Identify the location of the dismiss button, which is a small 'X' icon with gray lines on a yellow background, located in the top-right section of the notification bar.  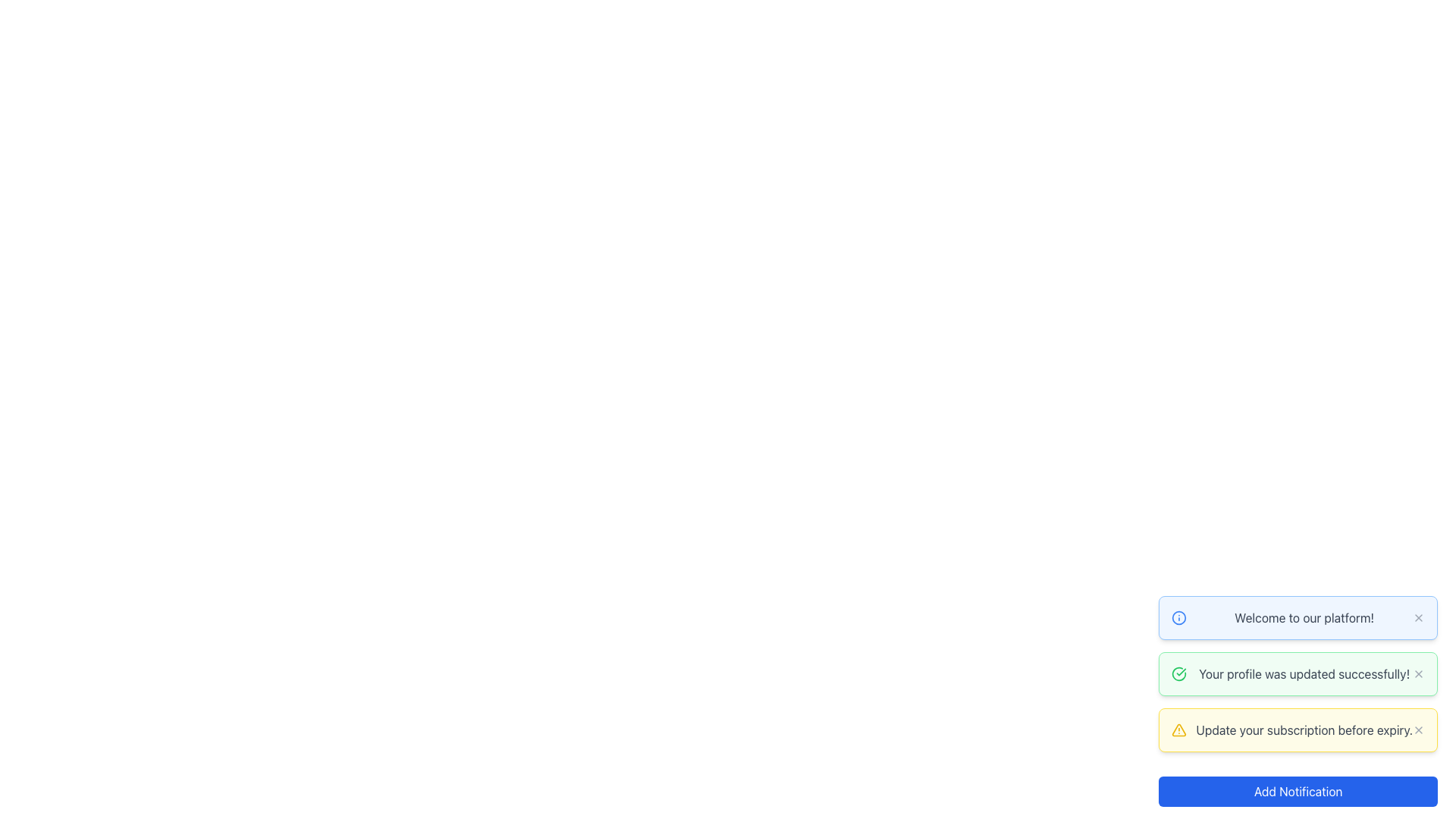
(1418, 730).